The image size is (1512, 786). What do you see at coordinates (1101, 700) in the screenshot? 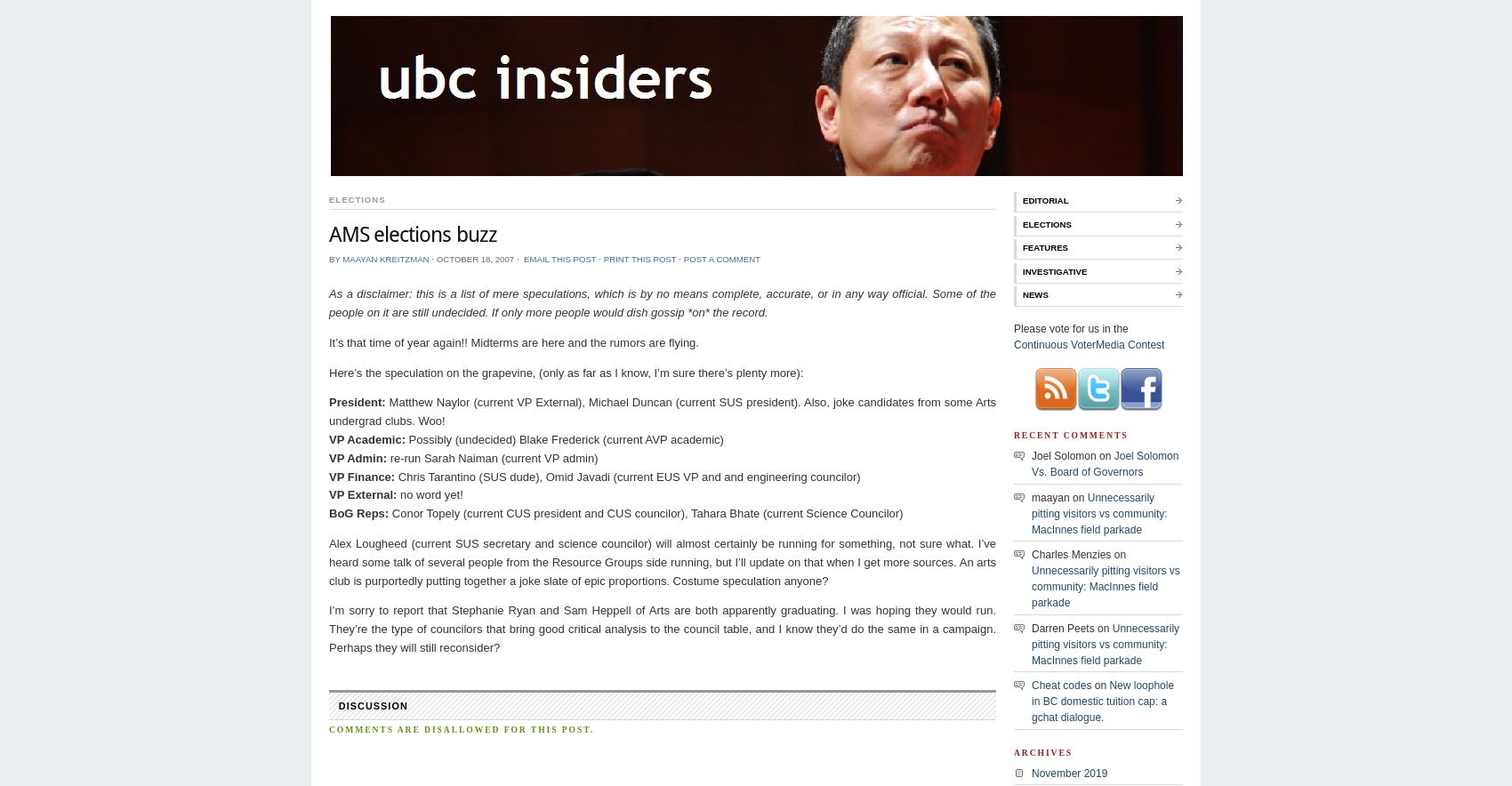
I see `'New loophole in BC domestic tuition cap: a gchat dialogue.'` at bounding box center [1101, 700].